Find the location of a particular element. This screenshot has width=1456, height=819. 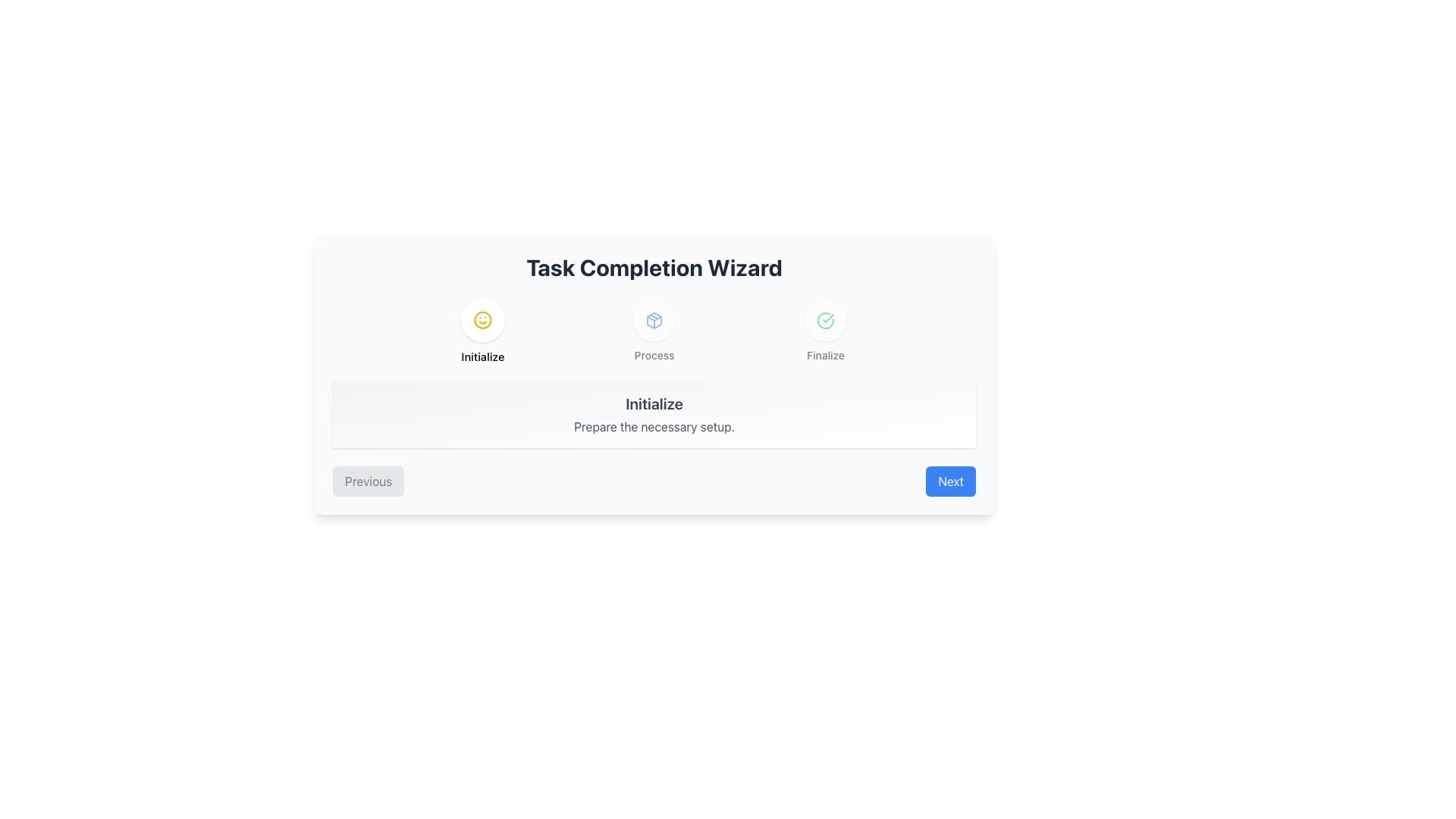

text label displaying 'Initialize', which is positioned below a circular icon with a smiling face as part of a horizontal progress indicator is located at coordinates (482, 356).